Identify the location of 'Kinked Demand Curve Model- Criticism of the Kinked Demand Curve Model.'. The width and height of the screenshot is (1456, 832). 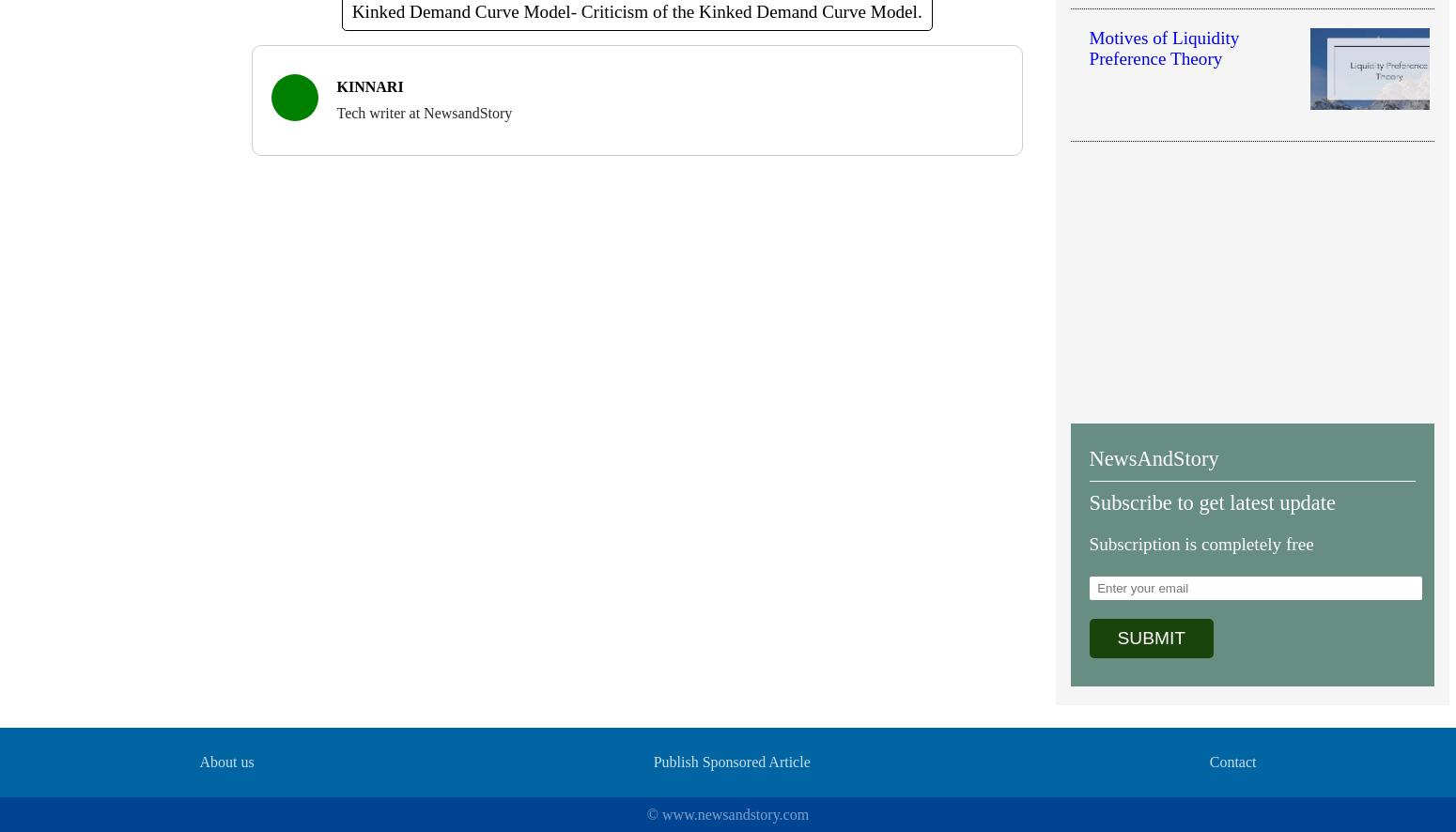
(350, 10).